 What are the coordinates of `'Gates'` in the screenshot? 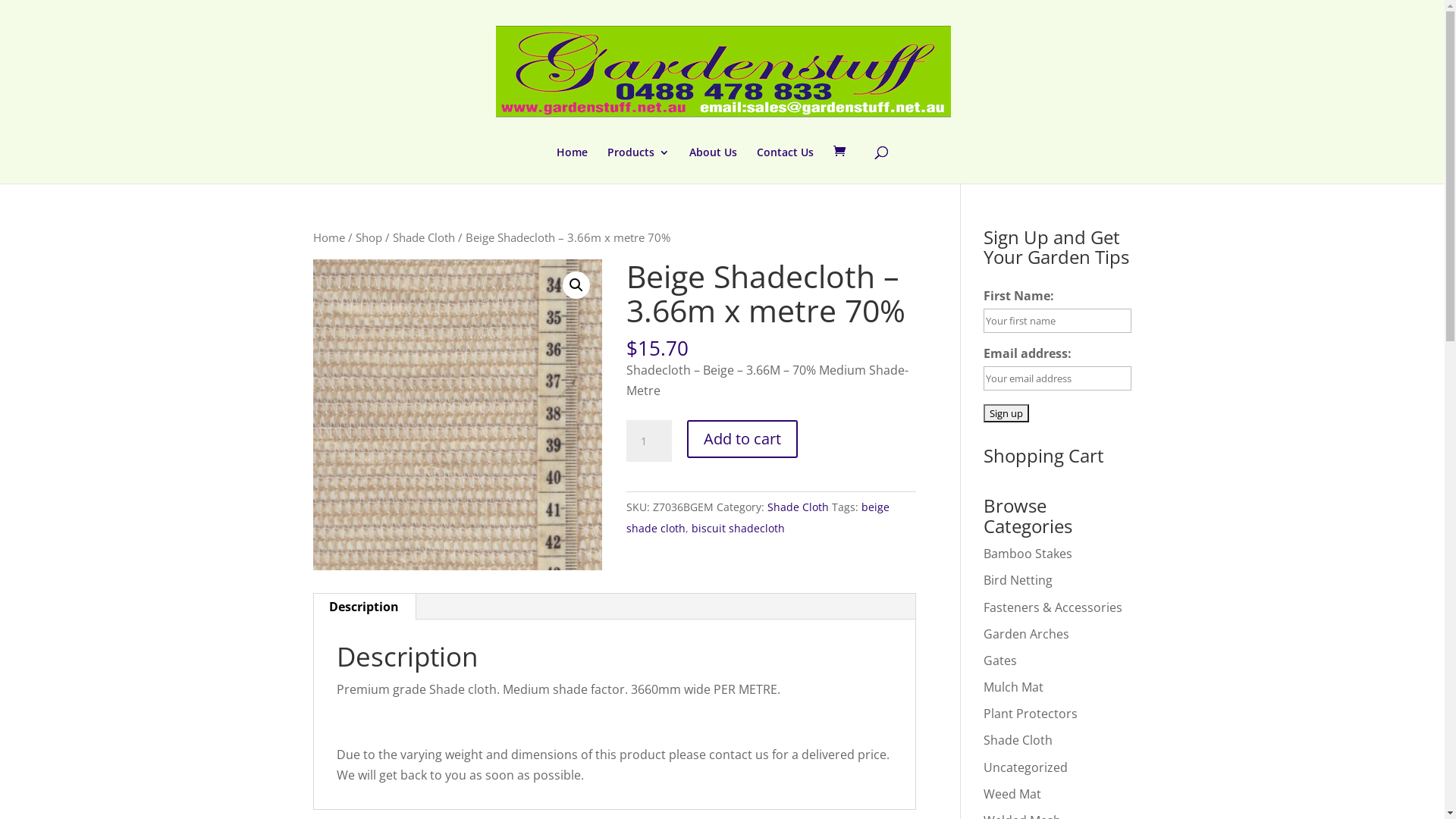 It's located at (983, 660).